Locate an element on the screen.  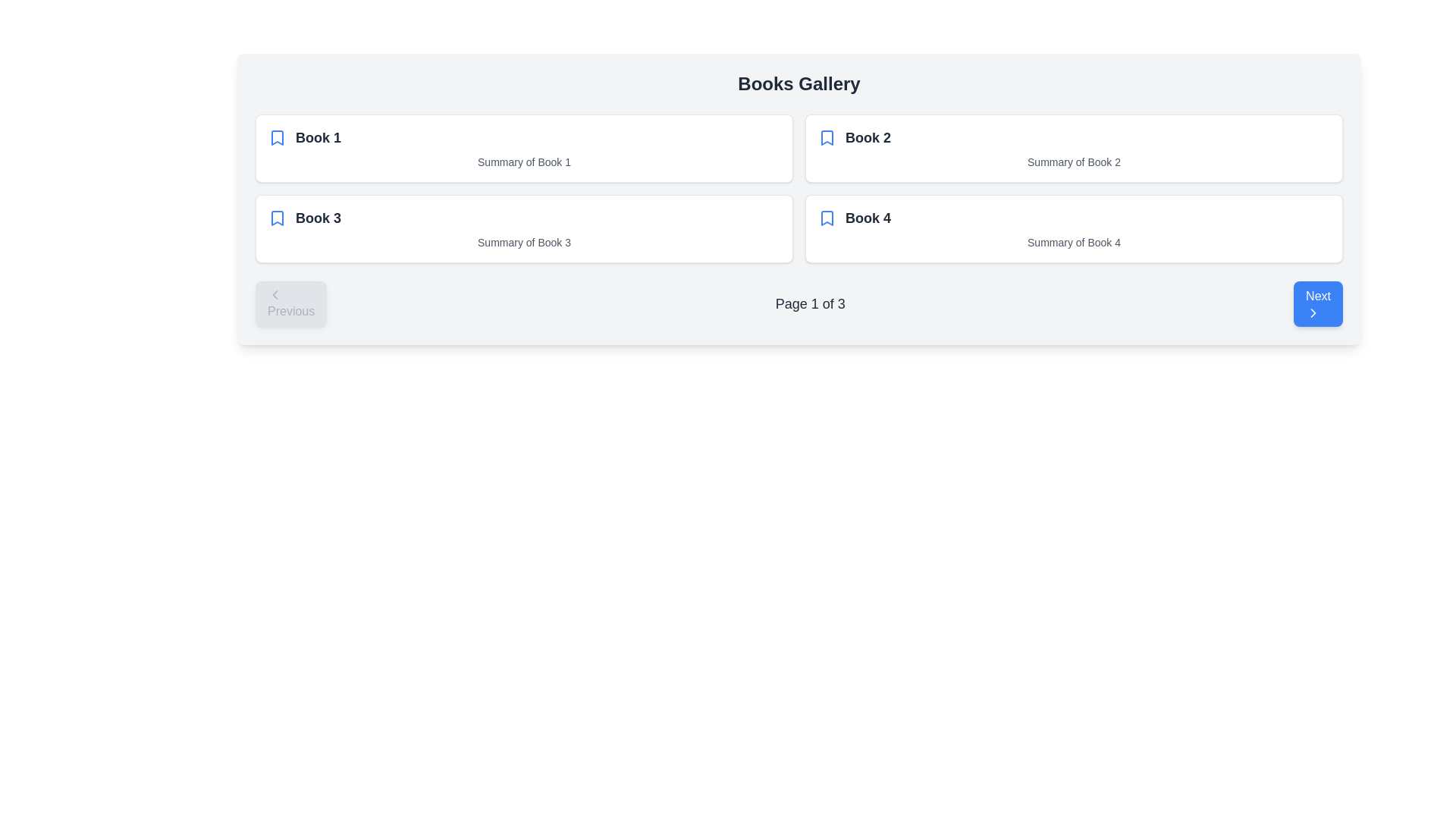
the navigational button is located at coordinates (1317, 304).